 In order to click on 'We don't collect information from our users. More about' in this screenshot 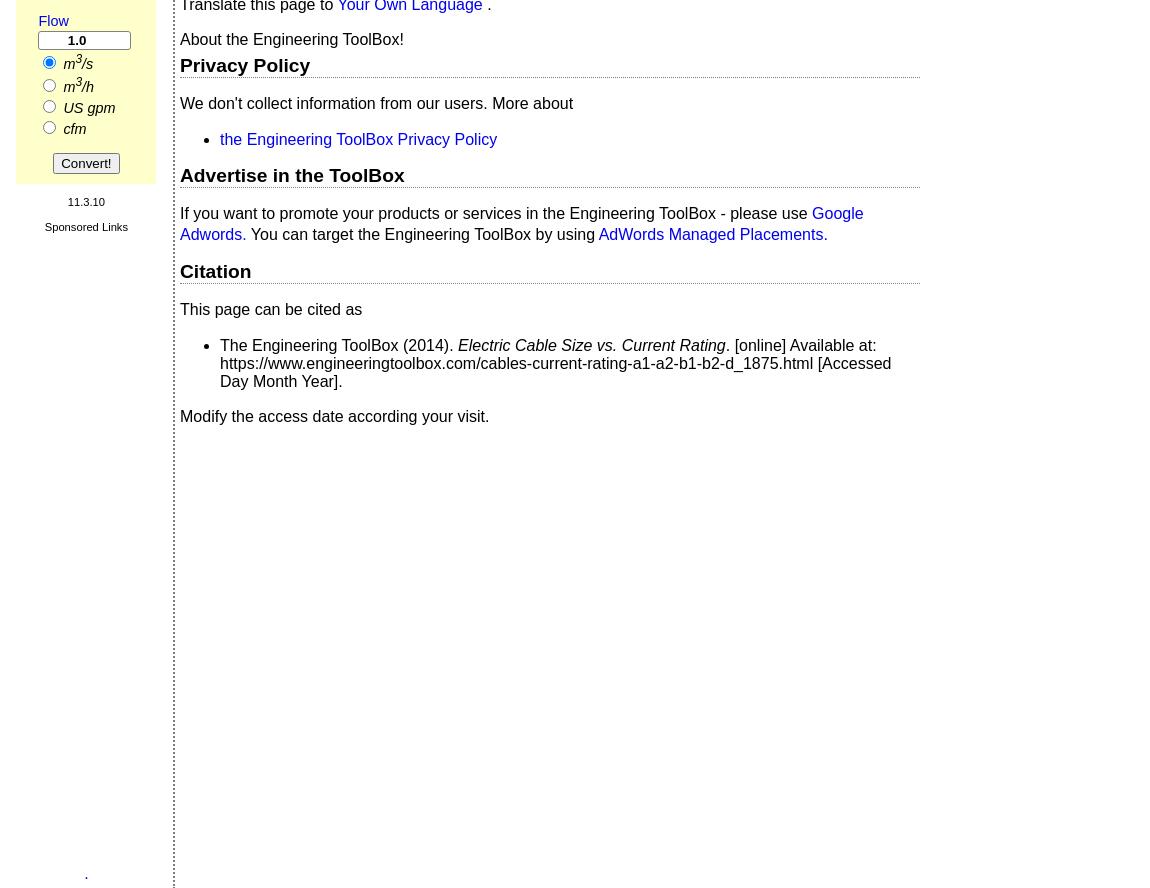, I will do `click(376, 102)`.